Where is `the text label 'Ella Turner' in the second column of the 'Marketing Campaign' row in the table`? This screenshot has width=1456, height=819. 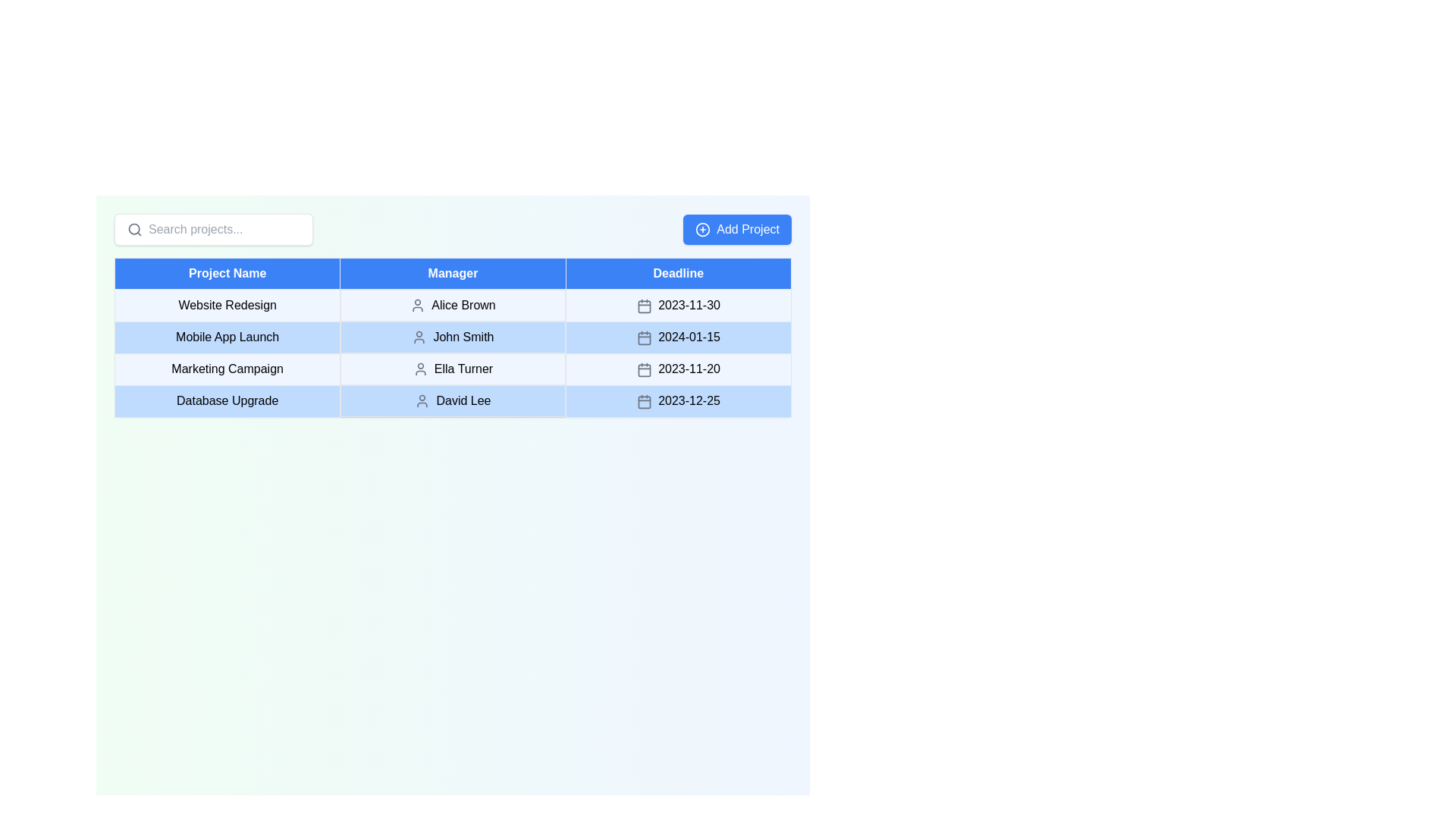 the text label 'Ella Turner' in the second column of the 'Marketing Campaign' row in the table is located at coordinates (452, 369).